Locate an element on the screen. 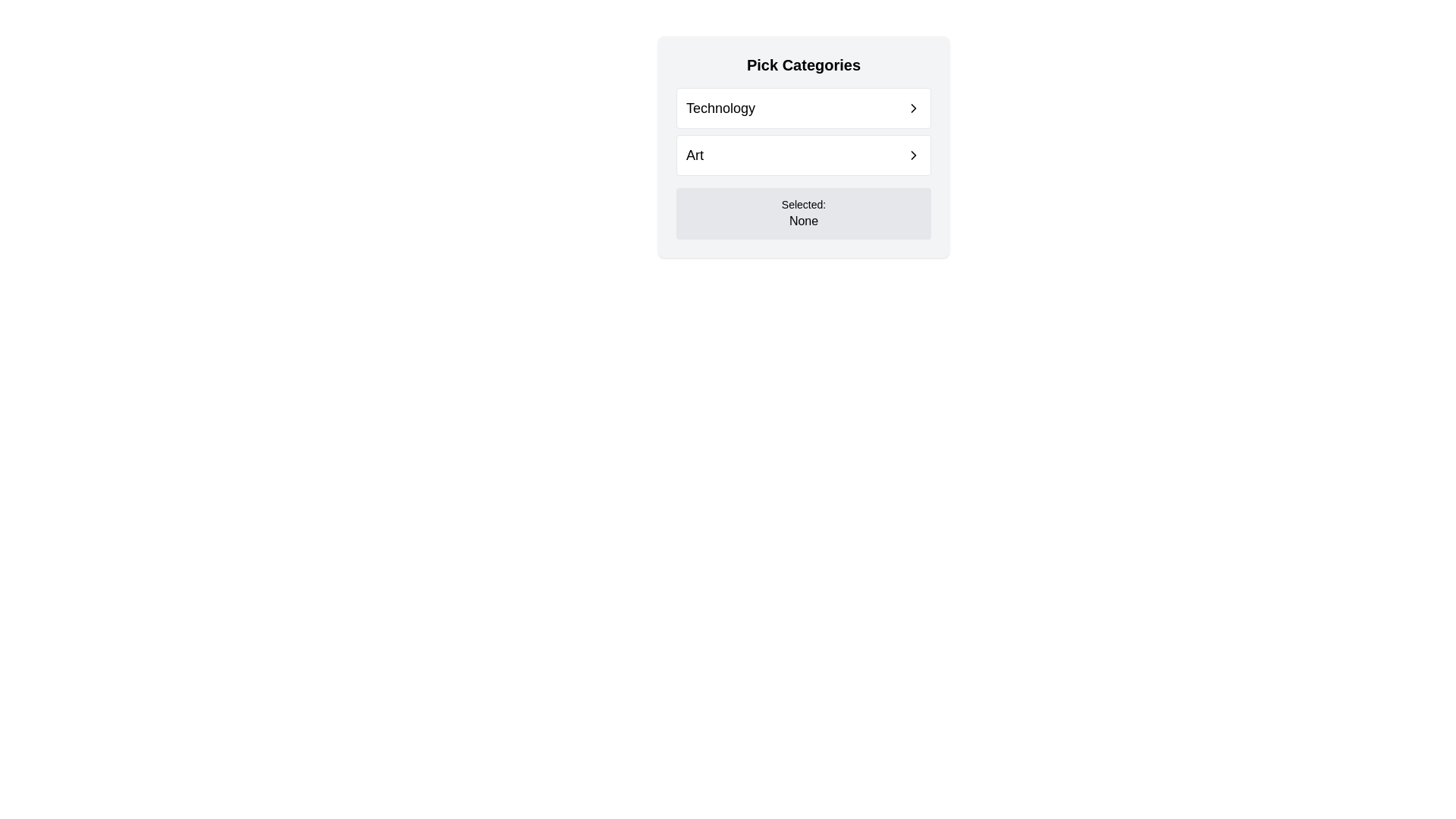  category label text 'Art' located in the second row under the 'Pick Categories' header is located at coordinates (694, 155).